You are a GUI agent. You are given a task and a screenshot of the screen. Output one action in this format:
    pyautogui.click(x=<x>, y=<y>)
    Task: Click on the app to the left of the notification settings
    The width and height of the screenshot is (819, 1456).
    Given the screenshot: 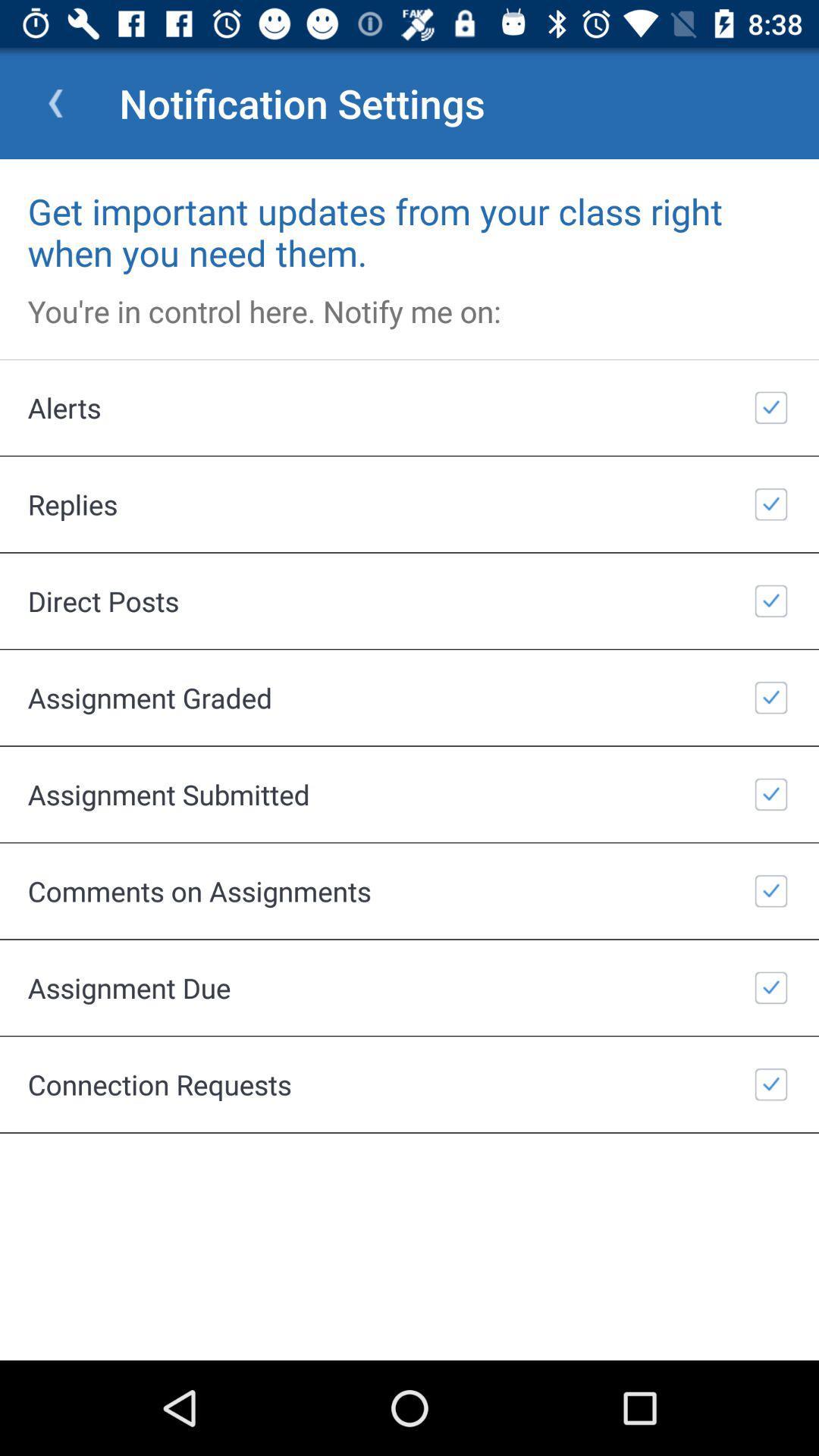 What is the action you would take?
    pyautogui.click(x=55, y=102)
    